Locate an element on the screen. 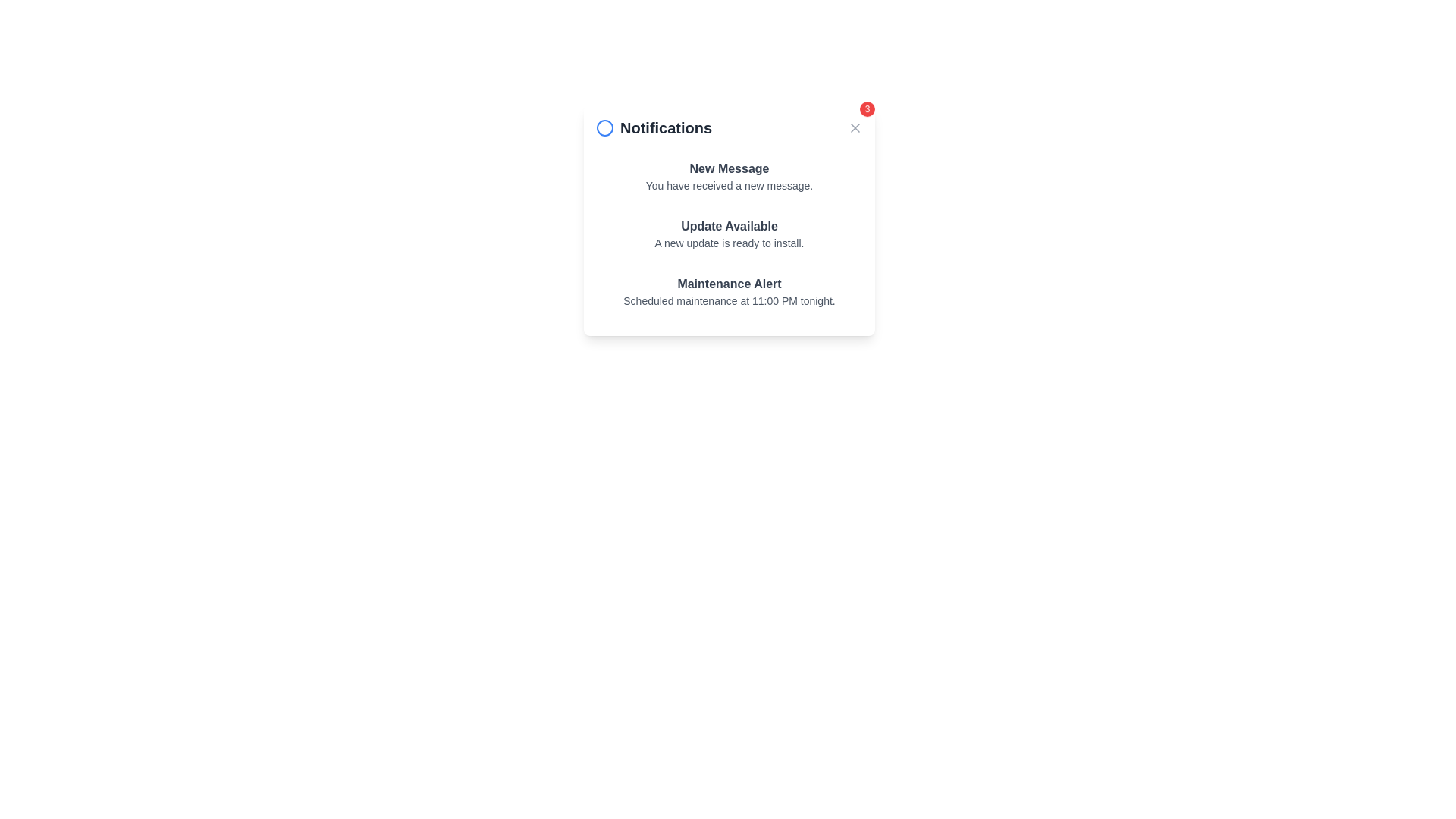  notification count from the notification badge located at the top-right corner of the notification panel is located at coordinates (867, 110).